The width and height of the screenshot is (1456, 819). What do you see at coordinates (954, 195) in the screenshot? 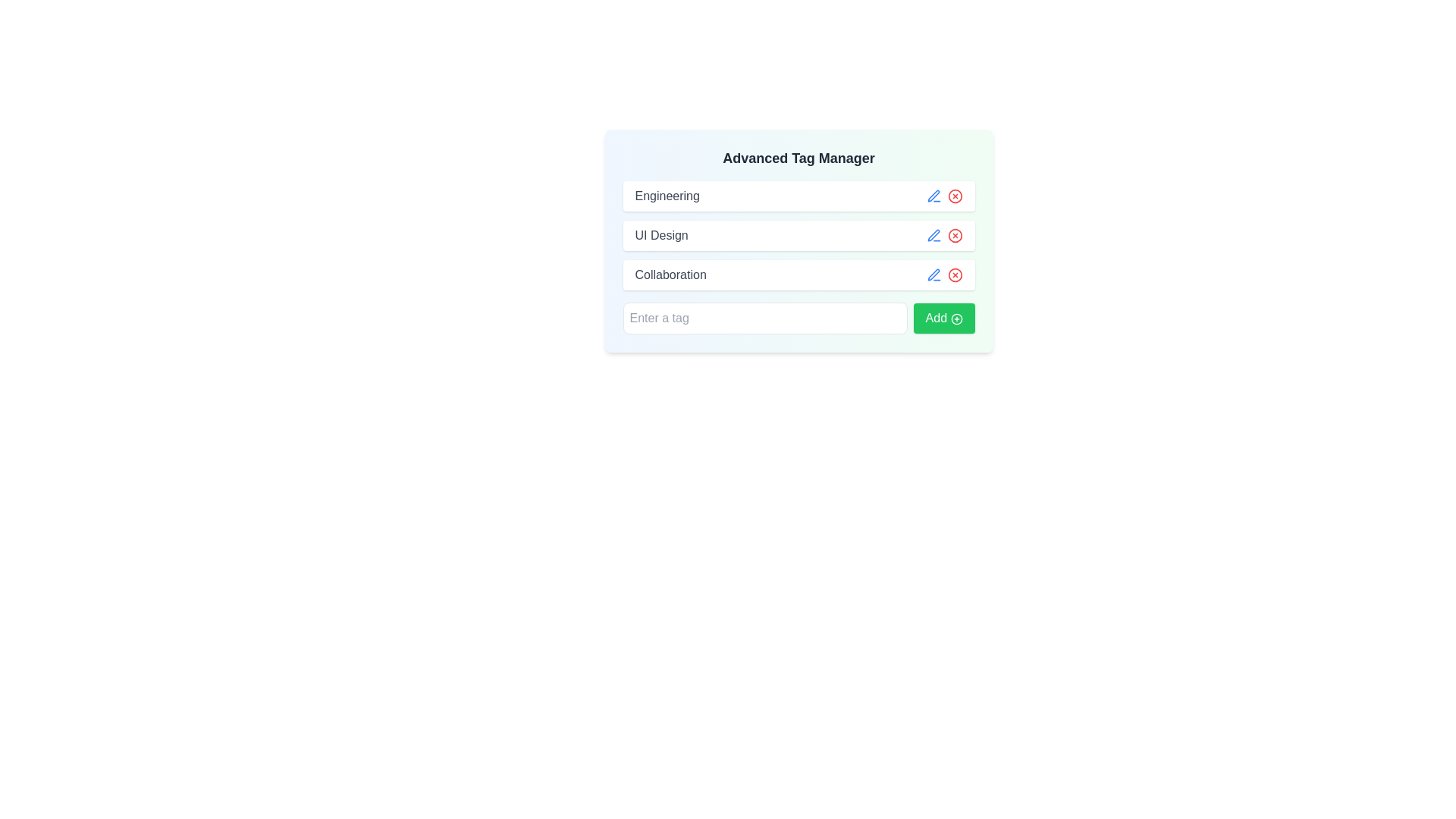
I see `the clear or delete icon (circle with 'X') located in the top right corner of the 'Engineering' input field` at bounding box center [954, 195].